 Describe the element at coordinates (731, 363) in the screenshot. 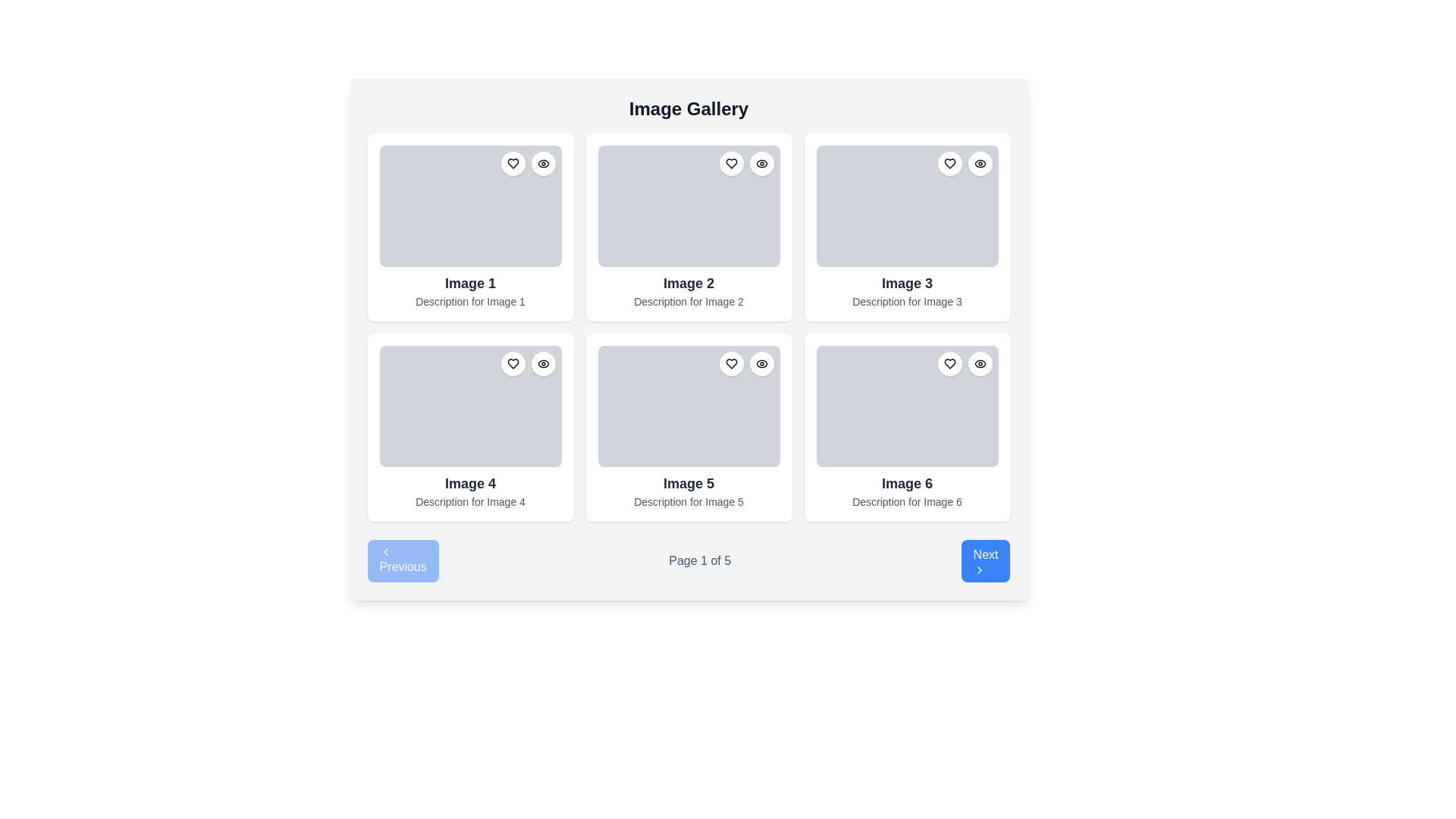

I see `the heart icon located at the top-right corner of the image thumbnail in the fifth position of the gallery grid to mark it as a favorite` at that location.